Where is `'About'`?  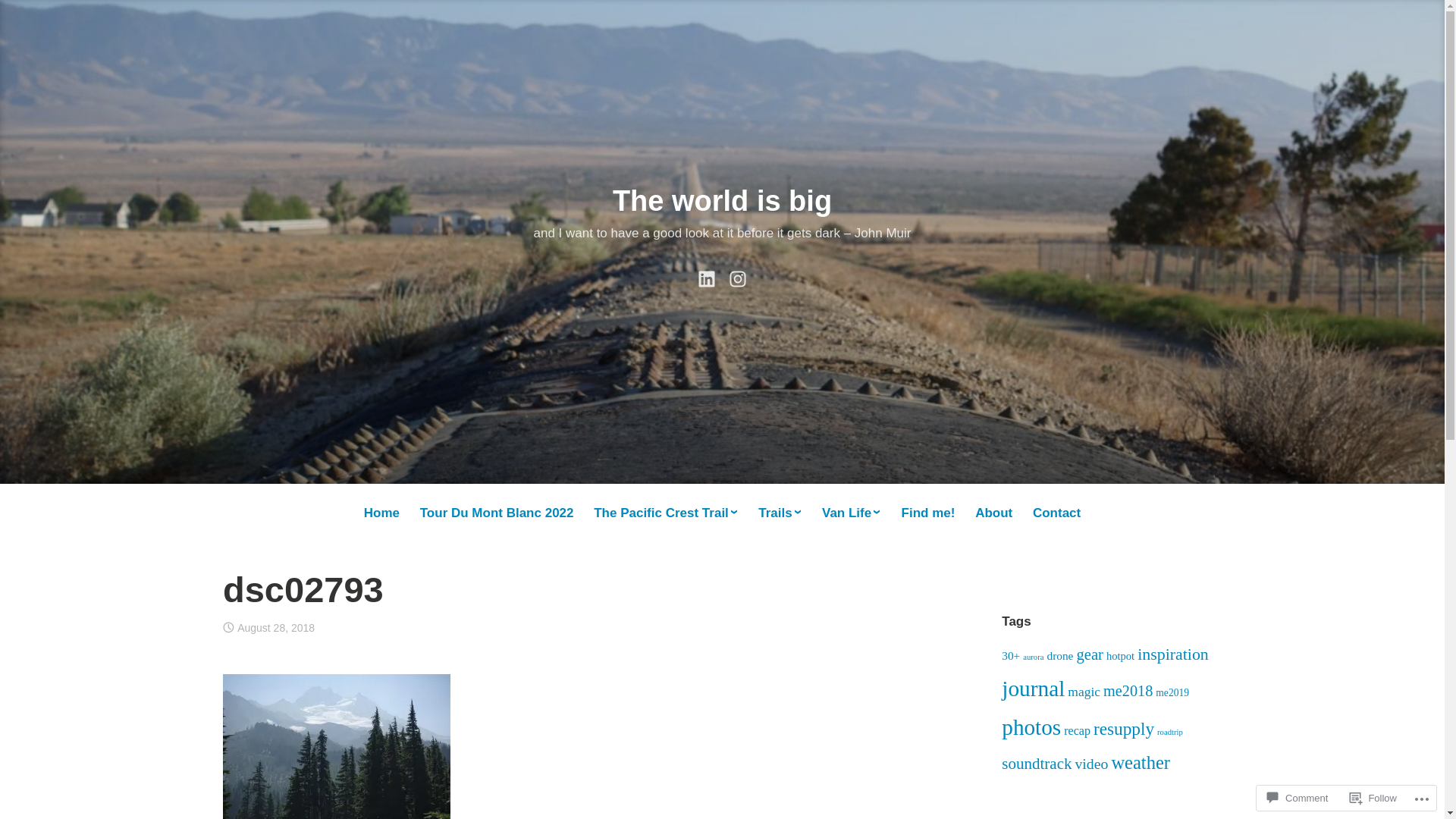
'About' is located at coordinates (972, 513).